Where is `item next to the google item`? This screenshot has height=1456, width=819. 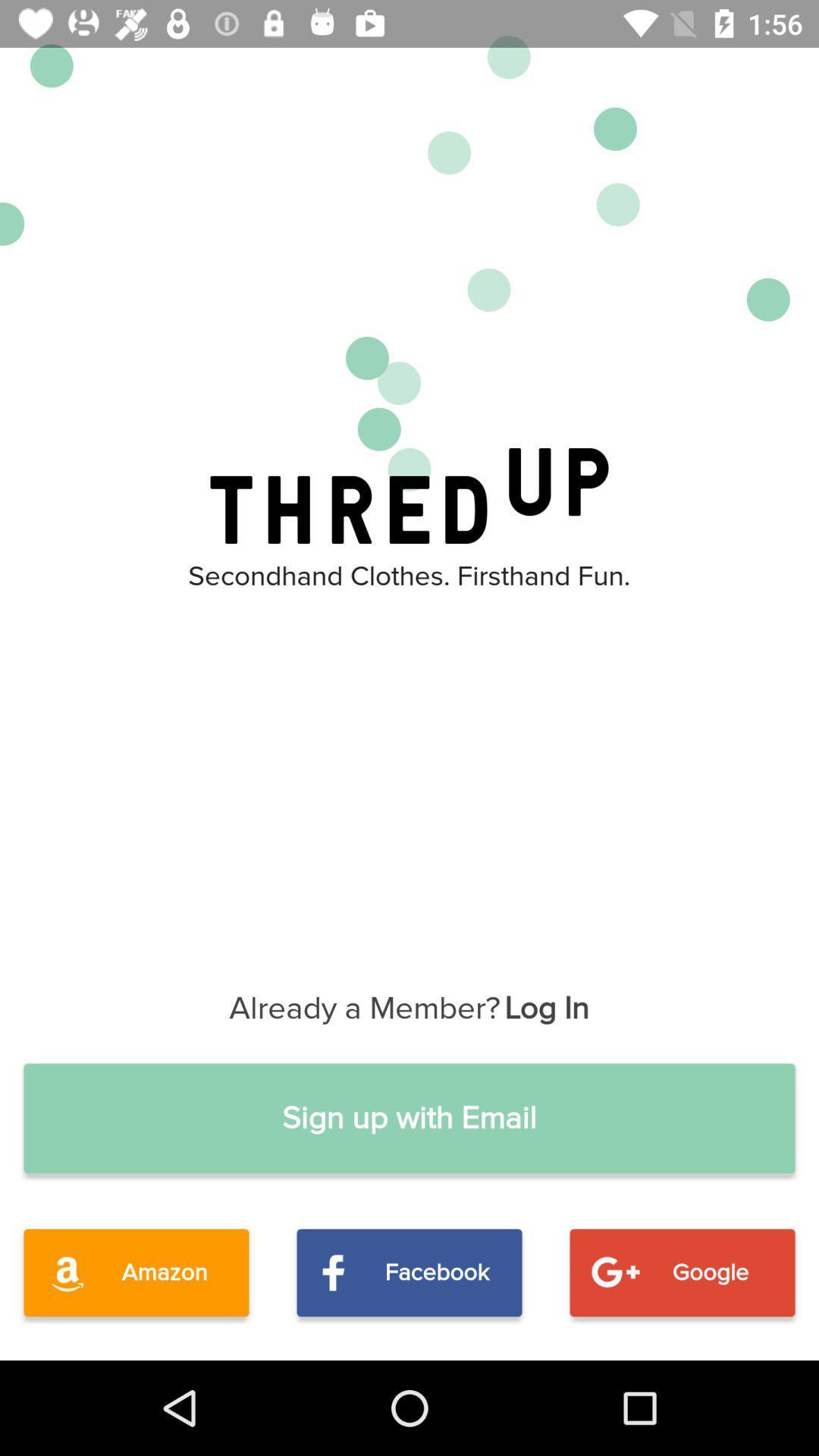 item next to the google item is located at coordinates (409, 1272).